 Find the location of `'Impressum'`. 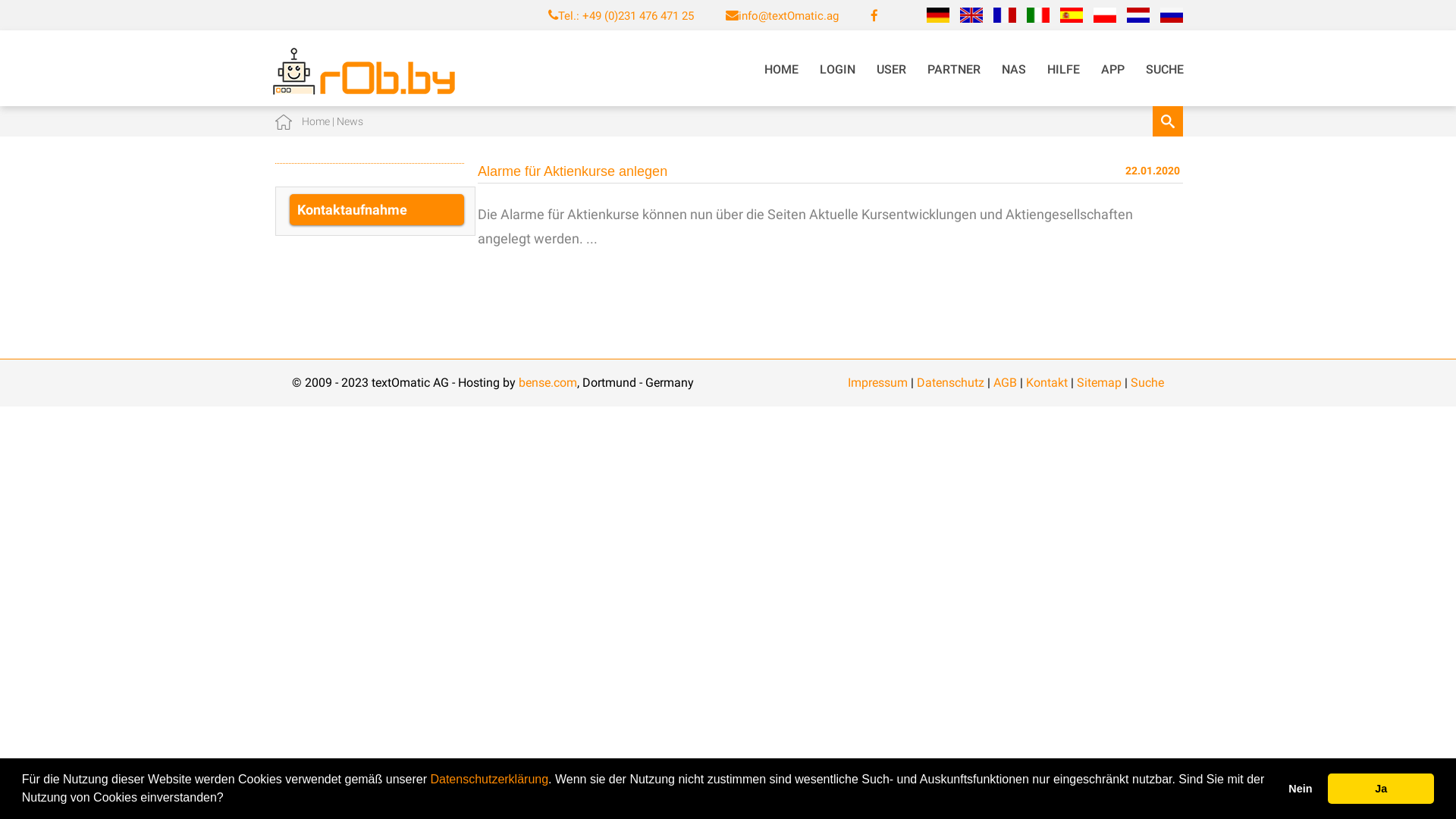

'Impressum' is located at coordinates (877, 381).